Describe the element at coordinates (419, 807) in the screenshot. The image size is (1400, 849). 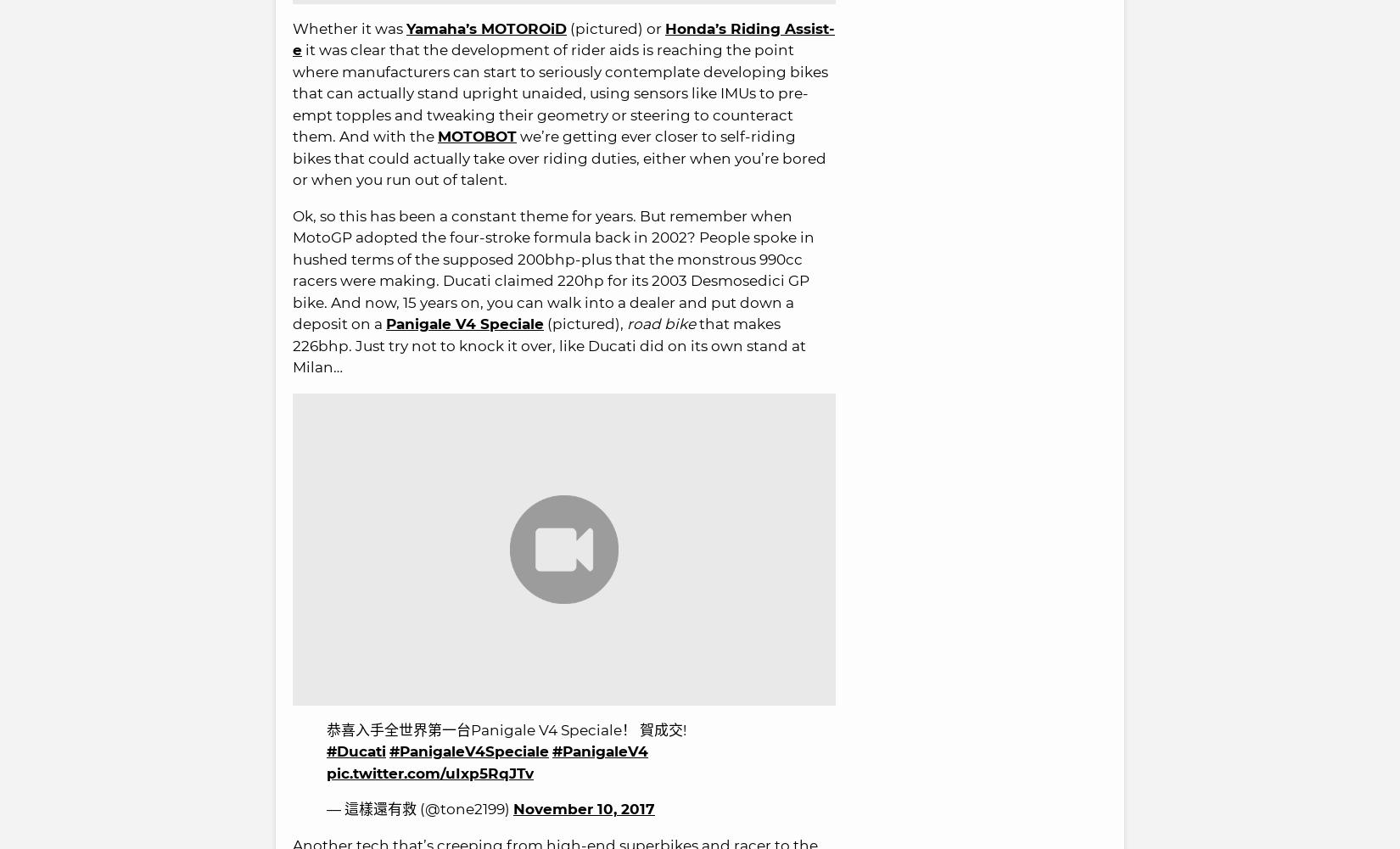
I see `'— 這樣還有救 (@tone2199)'` at that location.